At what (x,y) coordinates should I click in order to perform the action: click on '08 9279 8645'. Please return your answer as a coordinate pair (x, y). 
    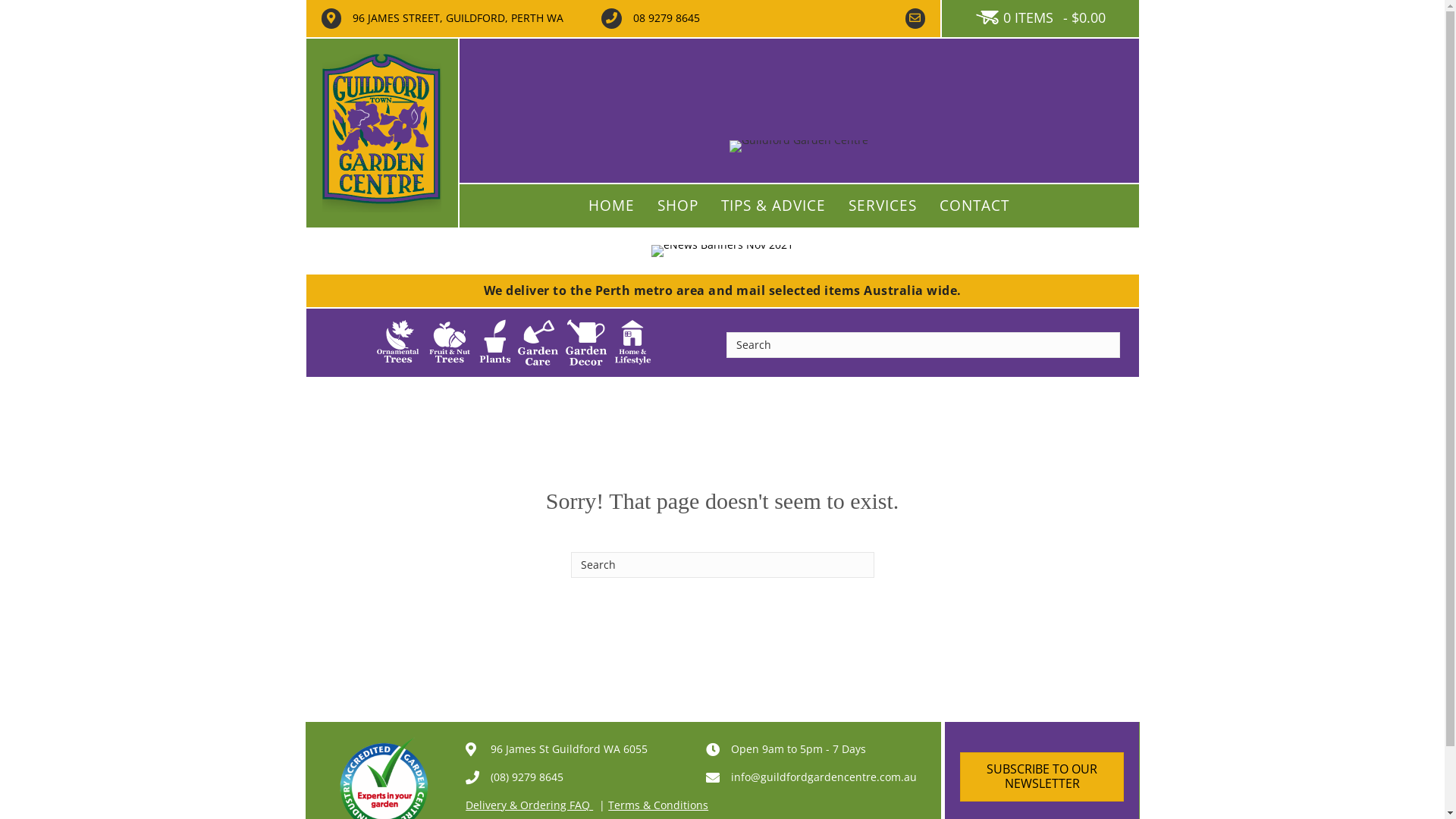
    Looking at the image, I should click on (666, 17).